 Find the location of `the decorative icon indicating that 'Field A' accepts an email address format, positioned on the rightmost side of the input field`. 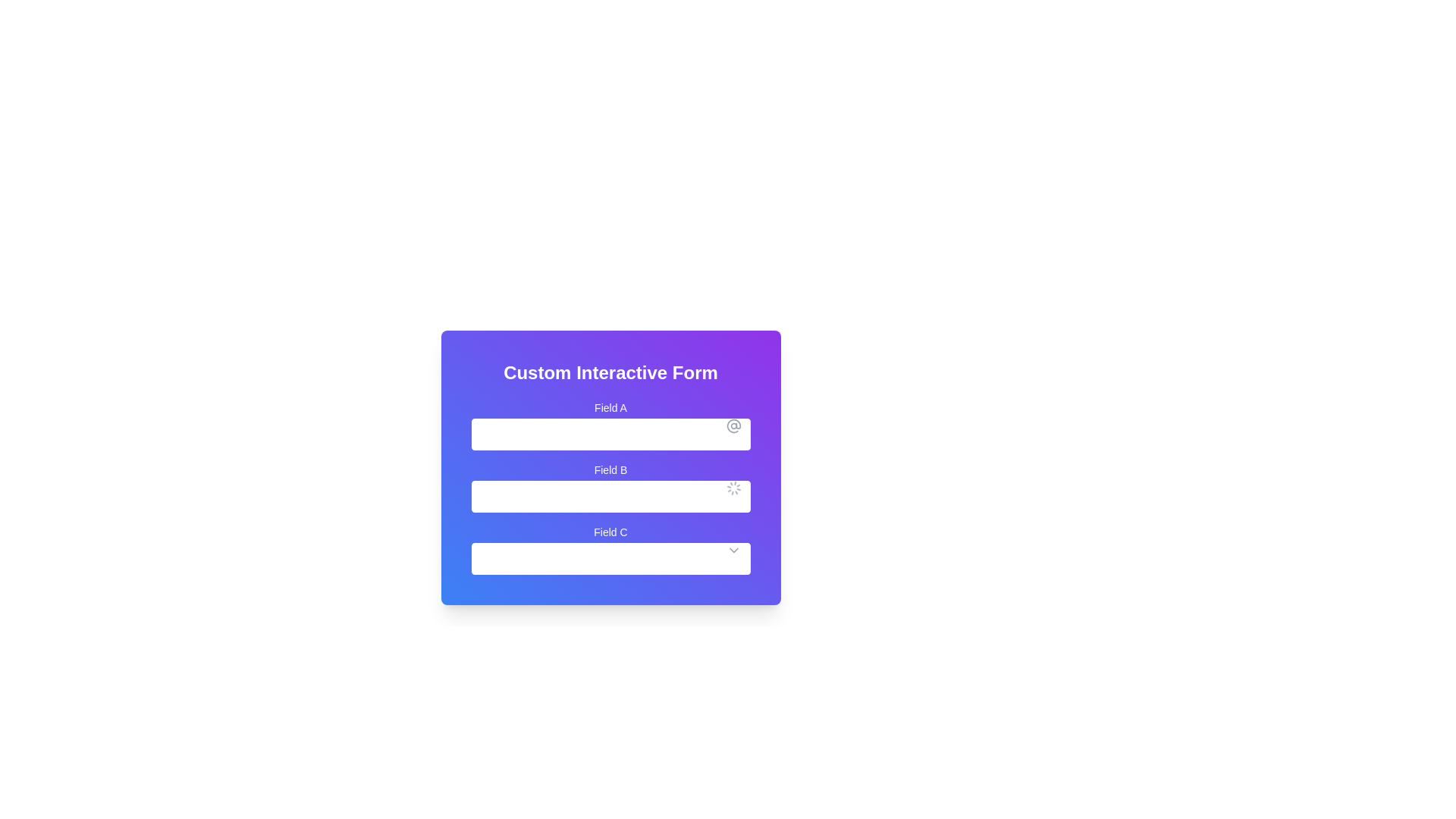

the decorative icon indicating that 'Field A' accepts an email address format, positioned on the rightmost side of the input field is located at coordinates (733, 426).